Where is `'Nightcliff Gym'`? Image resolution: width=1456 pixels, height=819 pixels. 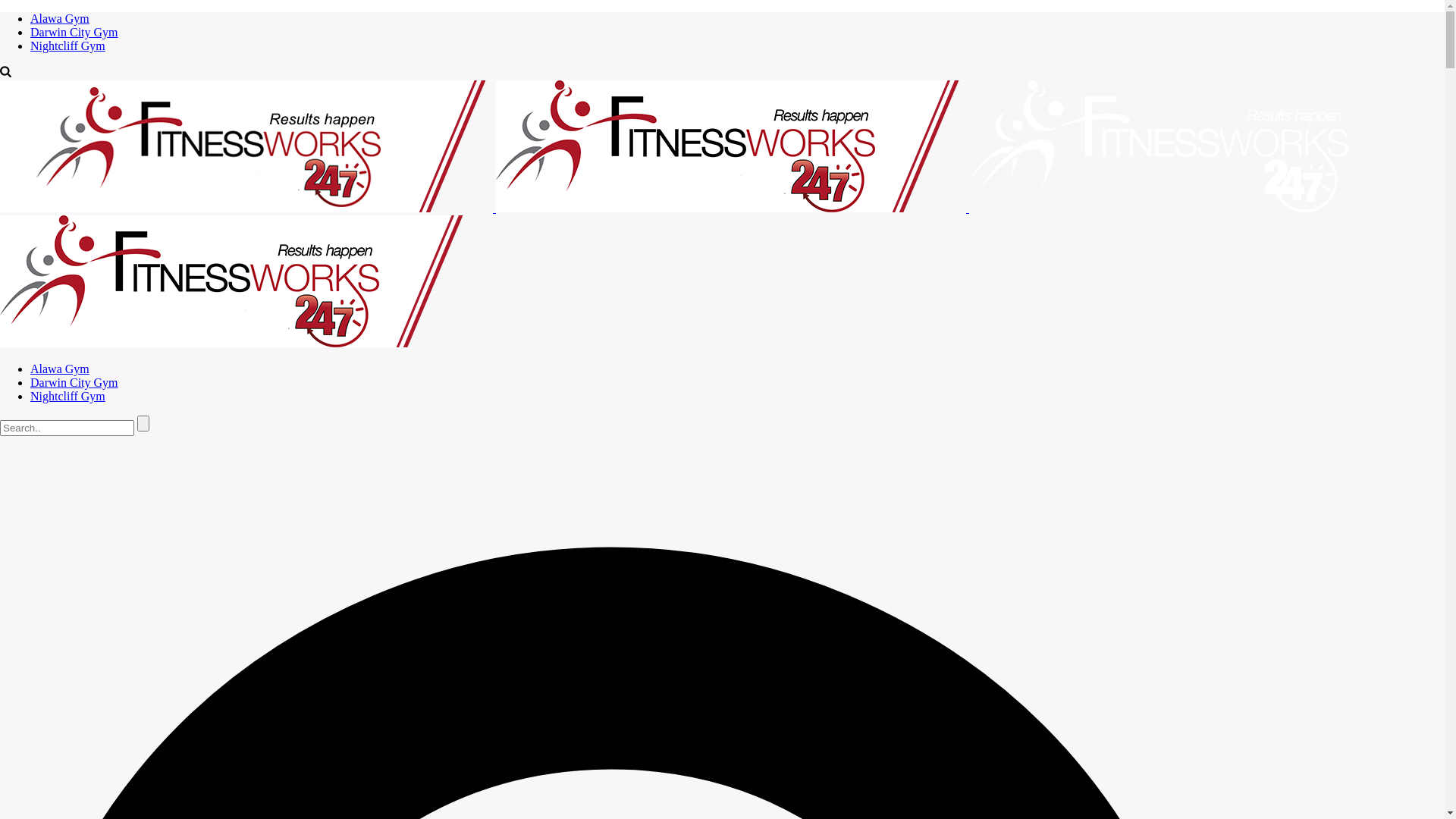
'Nightcliff Gym' is located at coordinates (67, 395).